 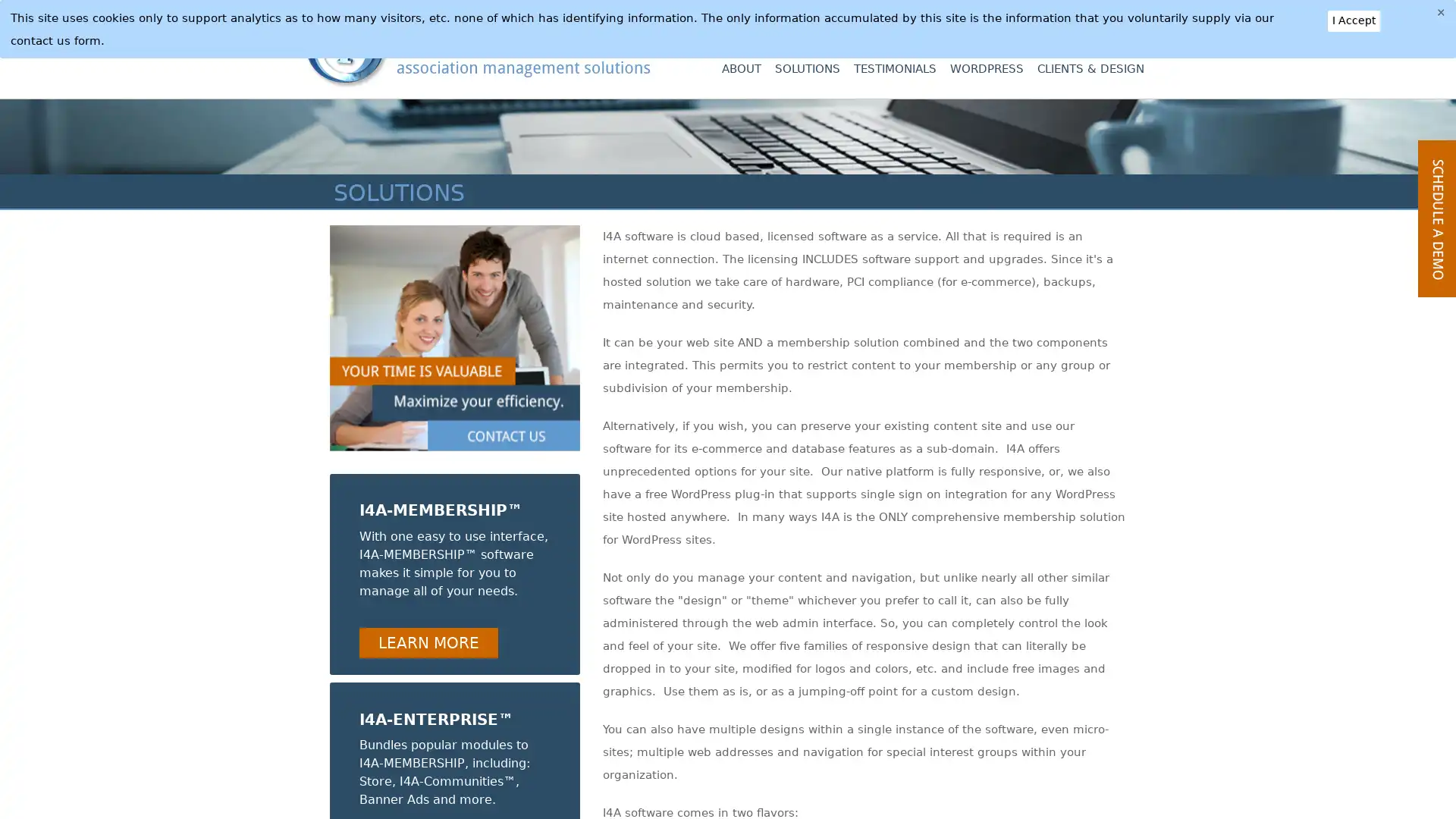 What do you see at coordinates (1354, 20) in the screenshot?
I see `I Accept` at bounding box center [1354, 20].